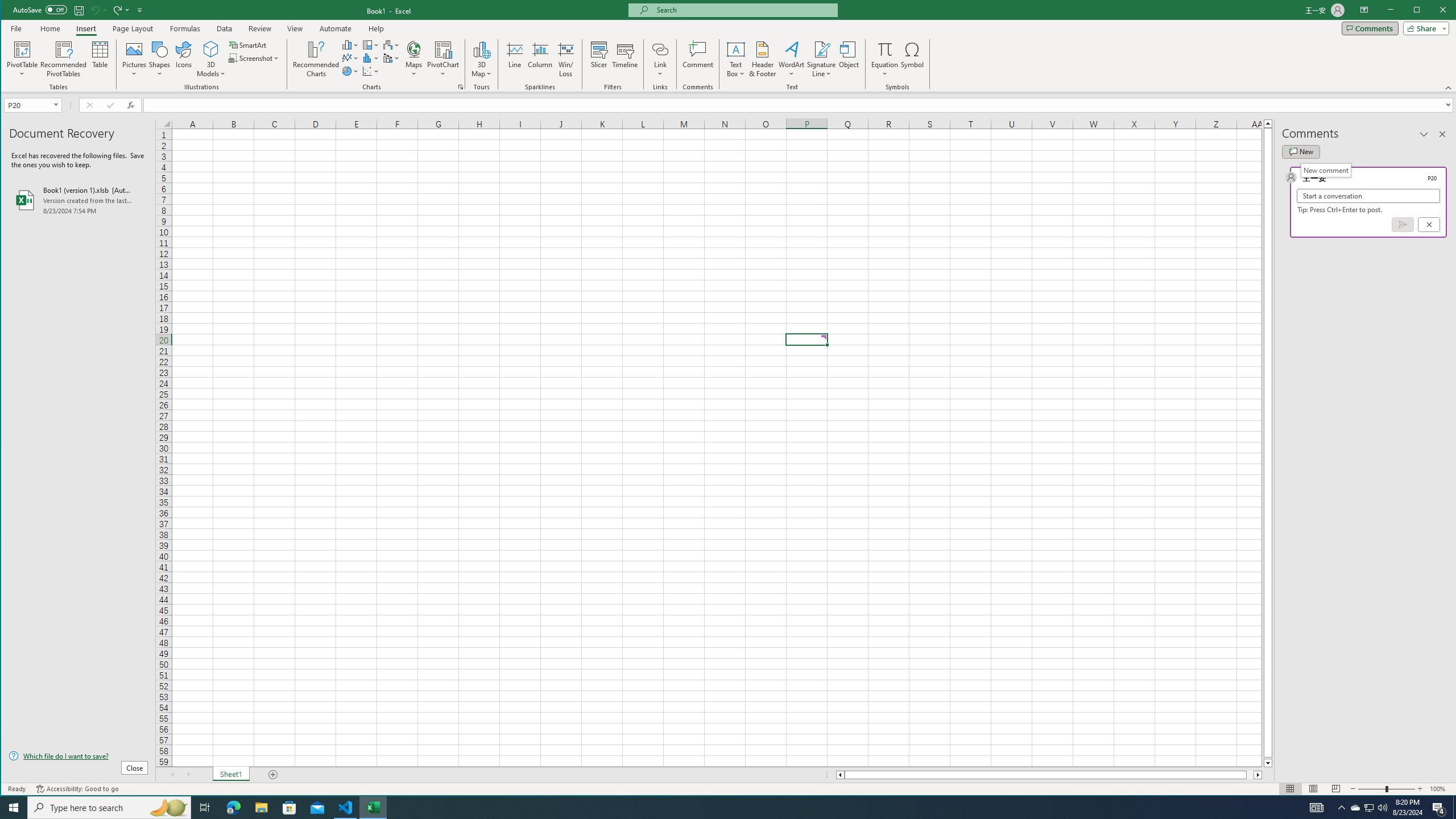  I want to click on 'Insert Scatter (X, Y) or Bubble Chart', so click(371, 71).